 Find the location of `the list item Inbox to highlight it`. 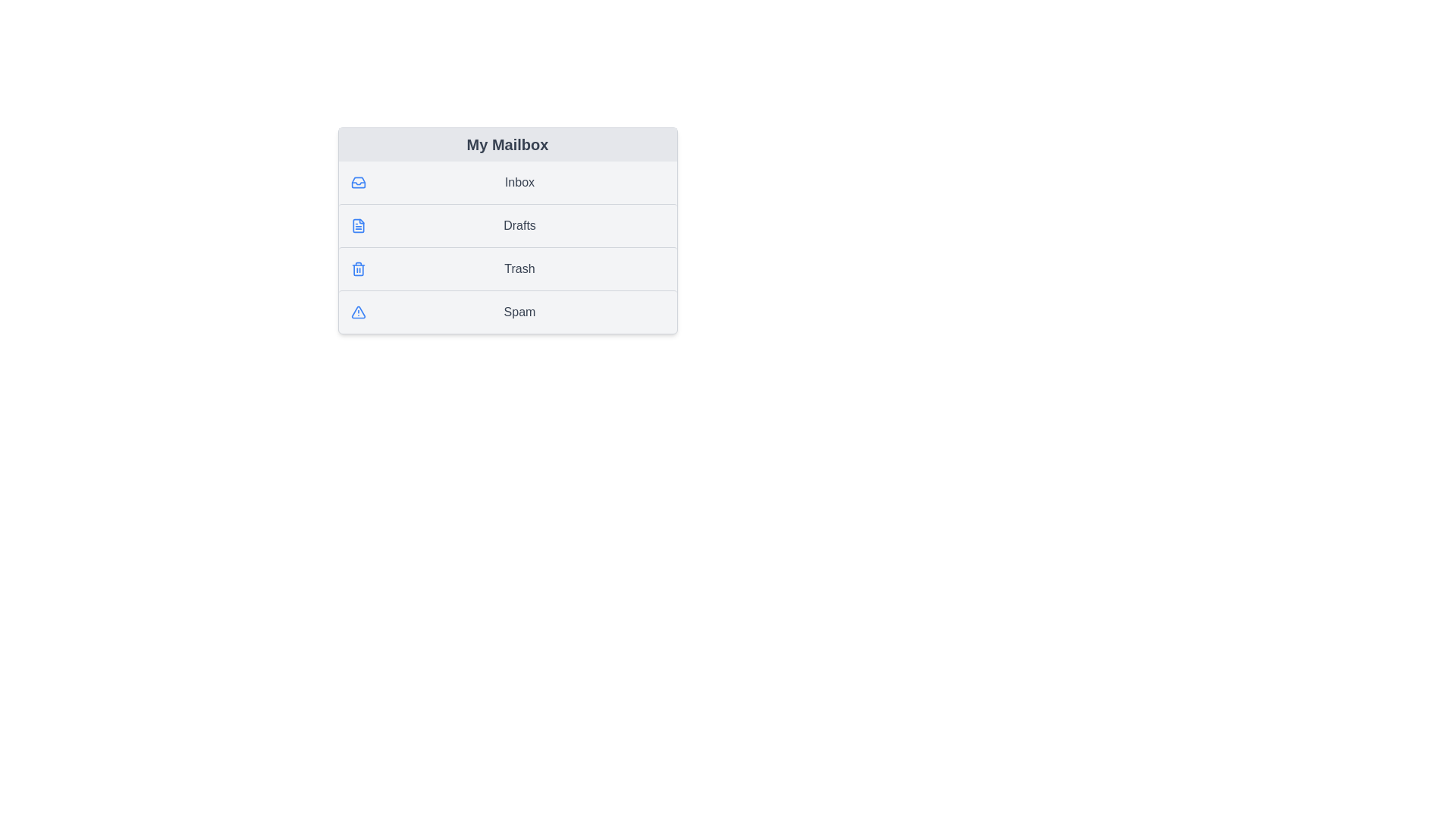

the list item Inbox to highlight it is located at coordinates (507, 181).